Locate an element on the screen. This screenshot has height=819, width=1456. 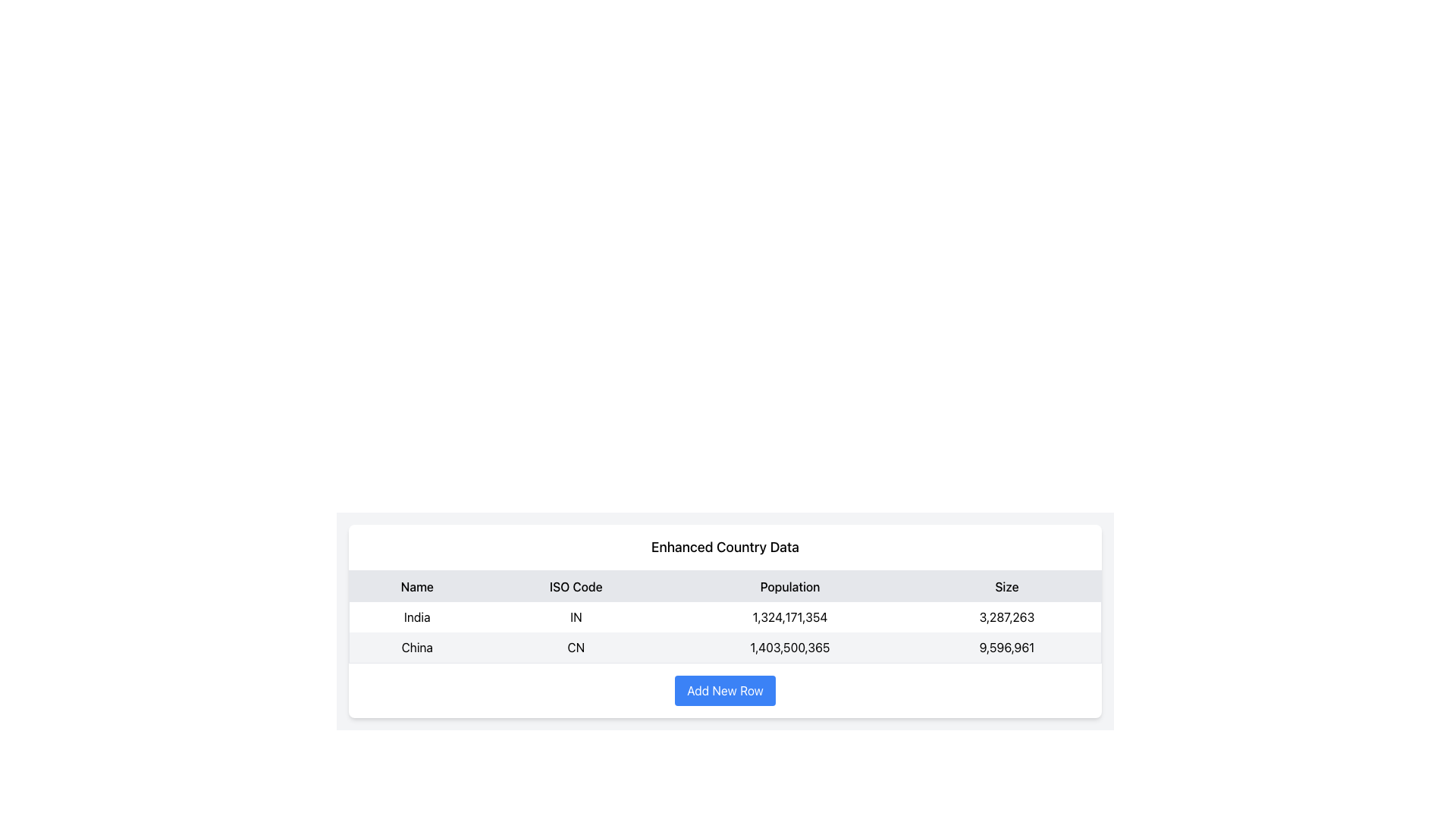
data in the table row representing 'China', which includes the values 'CN', '1,403,500,365', and '9,596,961' is located at coordinates (724, 648).